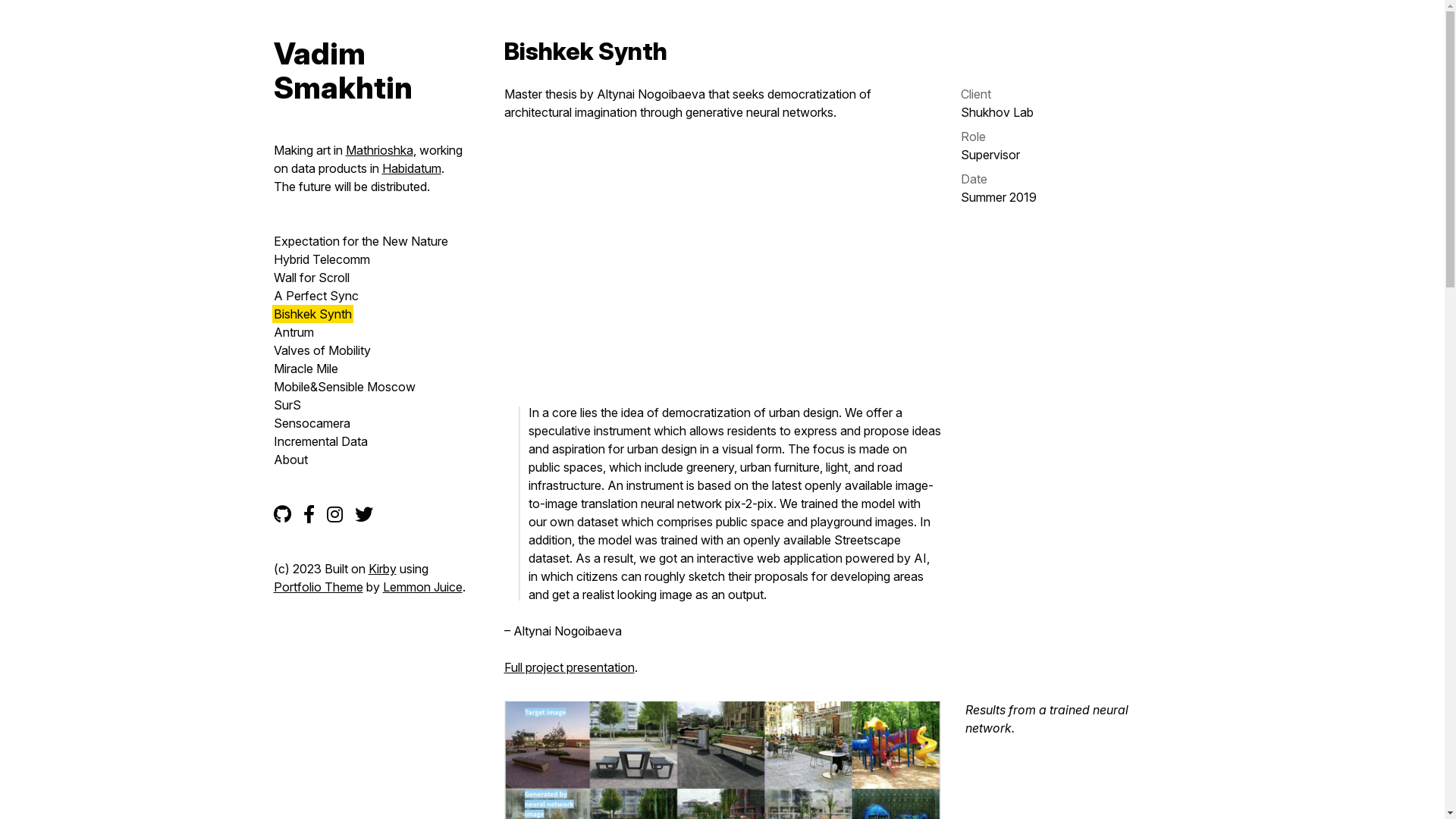 The height and width of the screenshot is (819, 1456). What do you see at coordinates (310, 423) in the screenshot?
I see `'Sensocamera'` at bounding box center [310, 423].